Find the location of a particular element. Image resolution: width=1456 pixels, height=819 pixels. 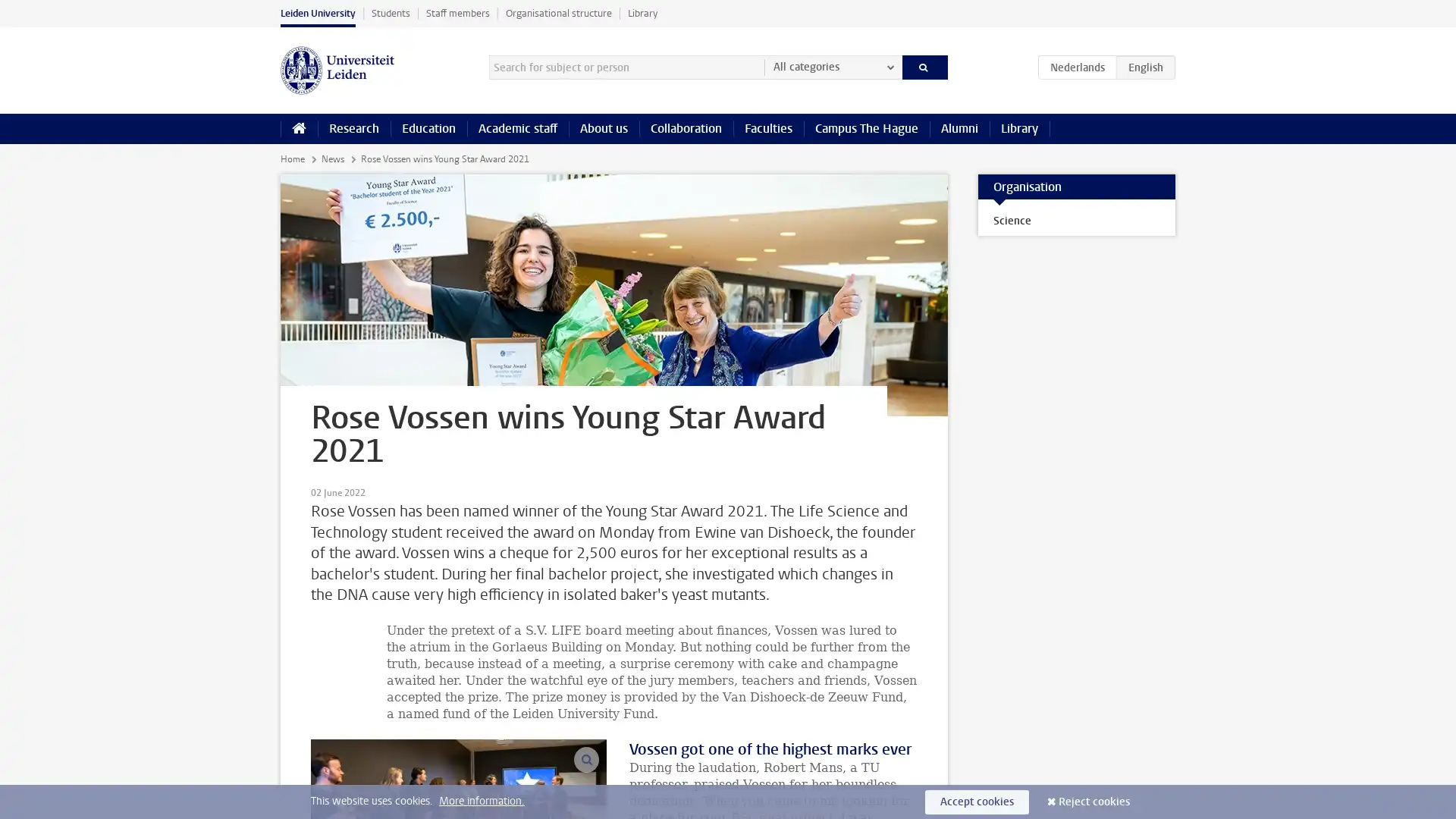

Reject cookies is located at coordinates (1094, 801).